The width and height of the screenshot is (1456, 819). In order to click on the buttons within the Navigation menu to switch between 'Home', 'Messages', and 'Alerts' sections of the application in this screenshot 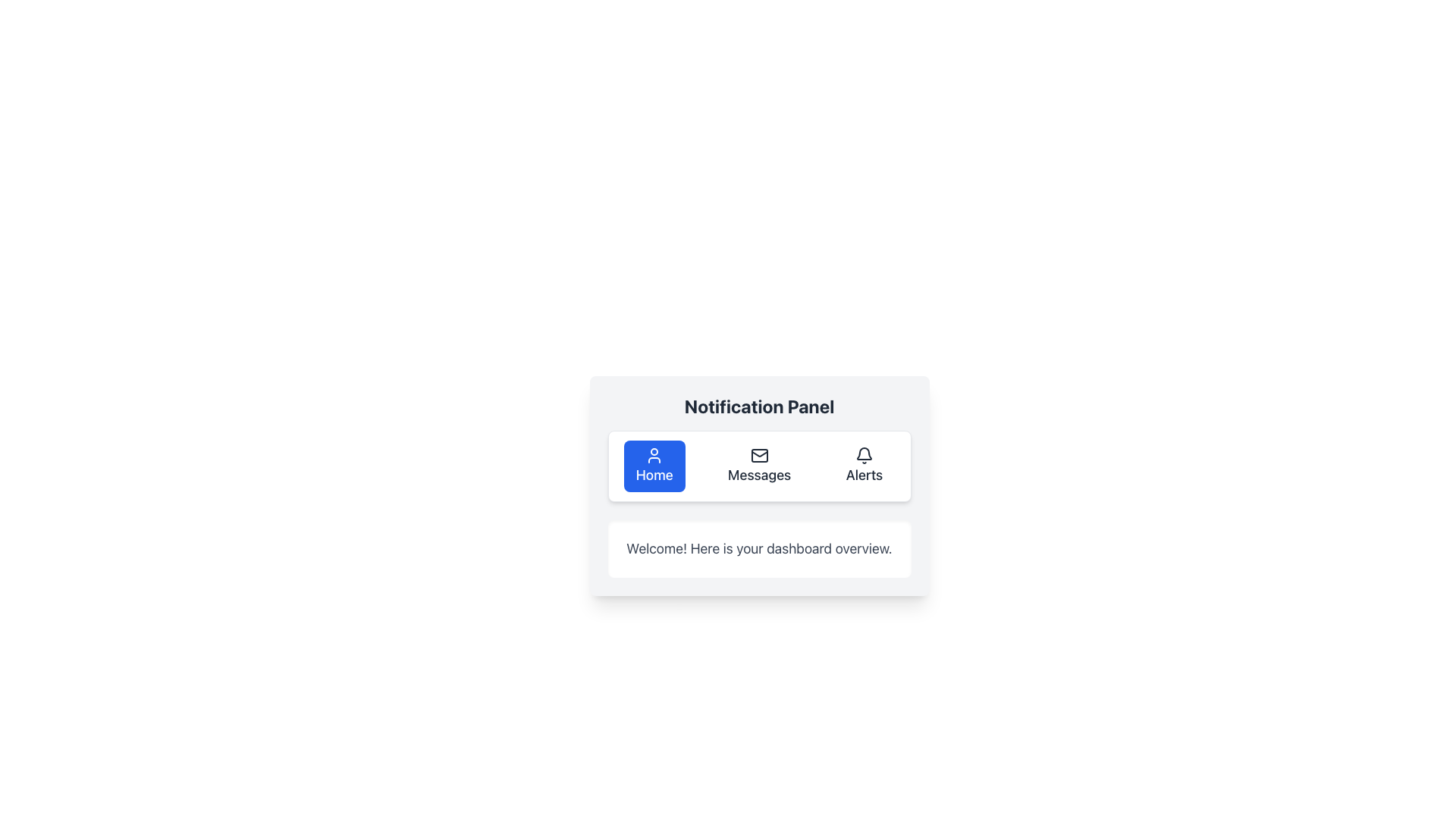, I will do `click(759, 465)`.